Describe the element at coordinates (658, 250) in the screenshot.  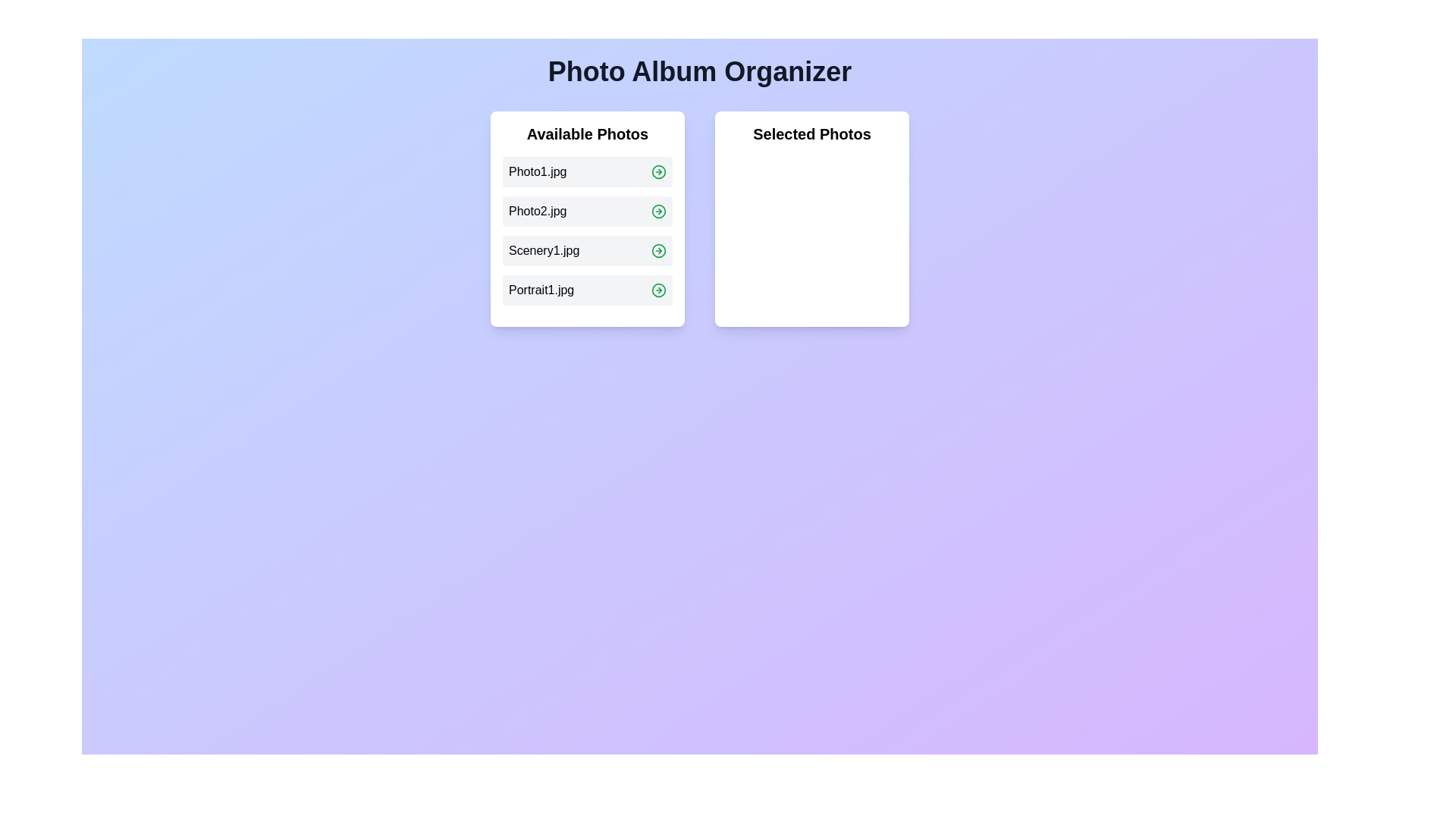
I see `the green arrow icon next to the photo named Scenery1.jpg to move it to the 'Selected Photos' list` at that location.